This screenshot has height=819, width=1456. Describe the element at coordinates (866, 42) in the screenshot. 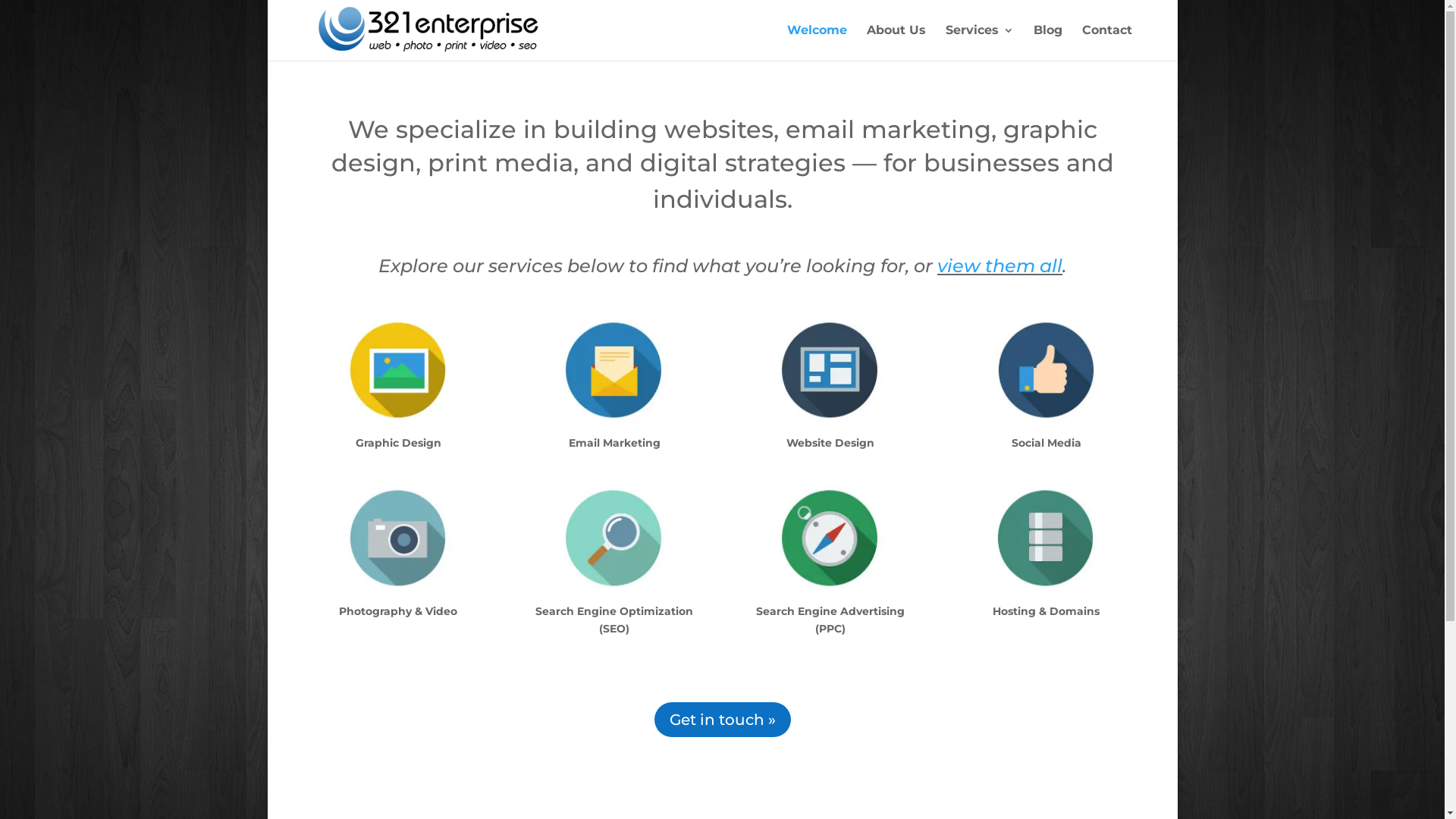

I see `'About Us'` at that location.